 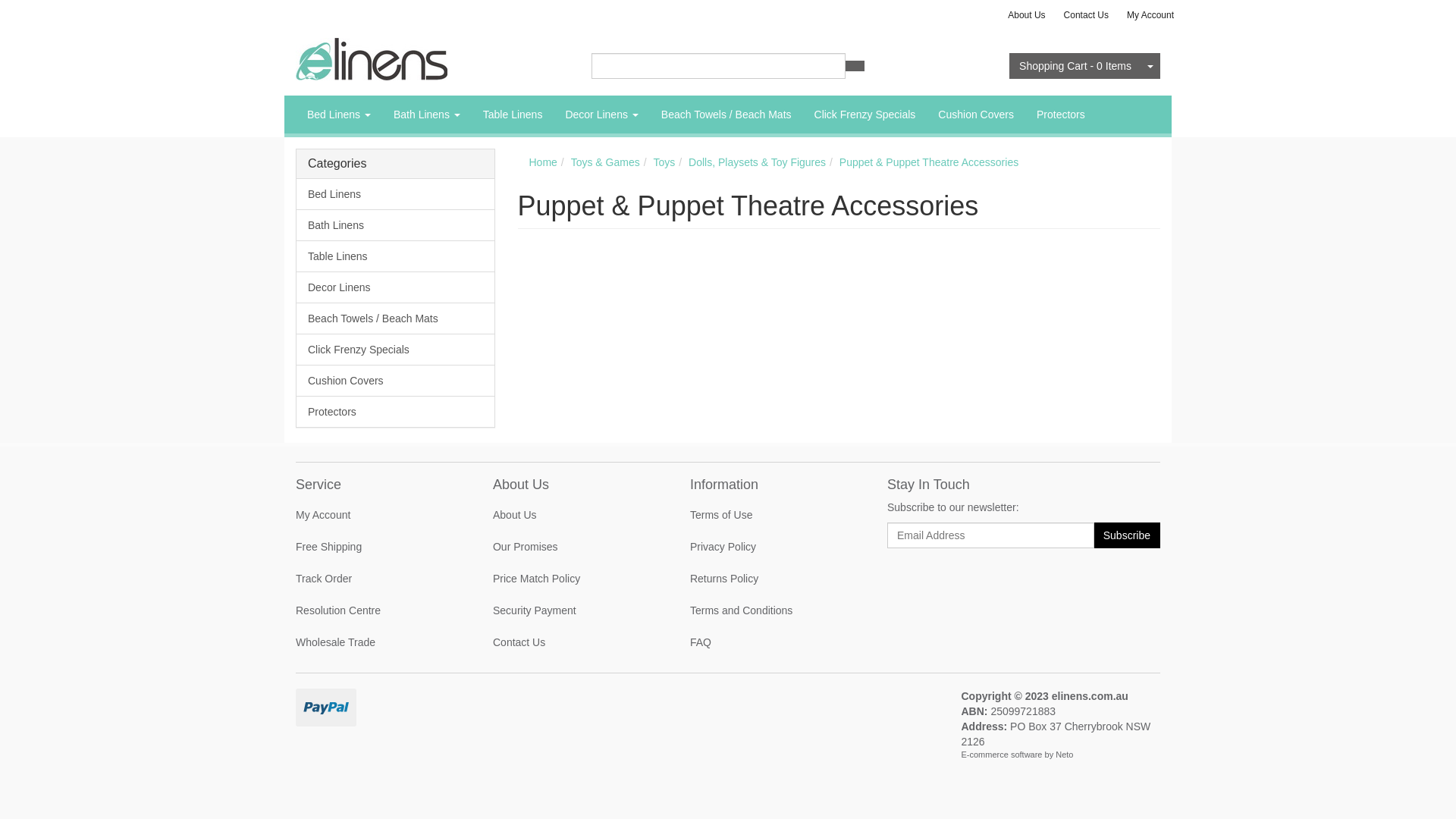 What do you see at coordinates (284, 513) in the screenshot?
I see `'My Account'` at bounding box center [284, 513].